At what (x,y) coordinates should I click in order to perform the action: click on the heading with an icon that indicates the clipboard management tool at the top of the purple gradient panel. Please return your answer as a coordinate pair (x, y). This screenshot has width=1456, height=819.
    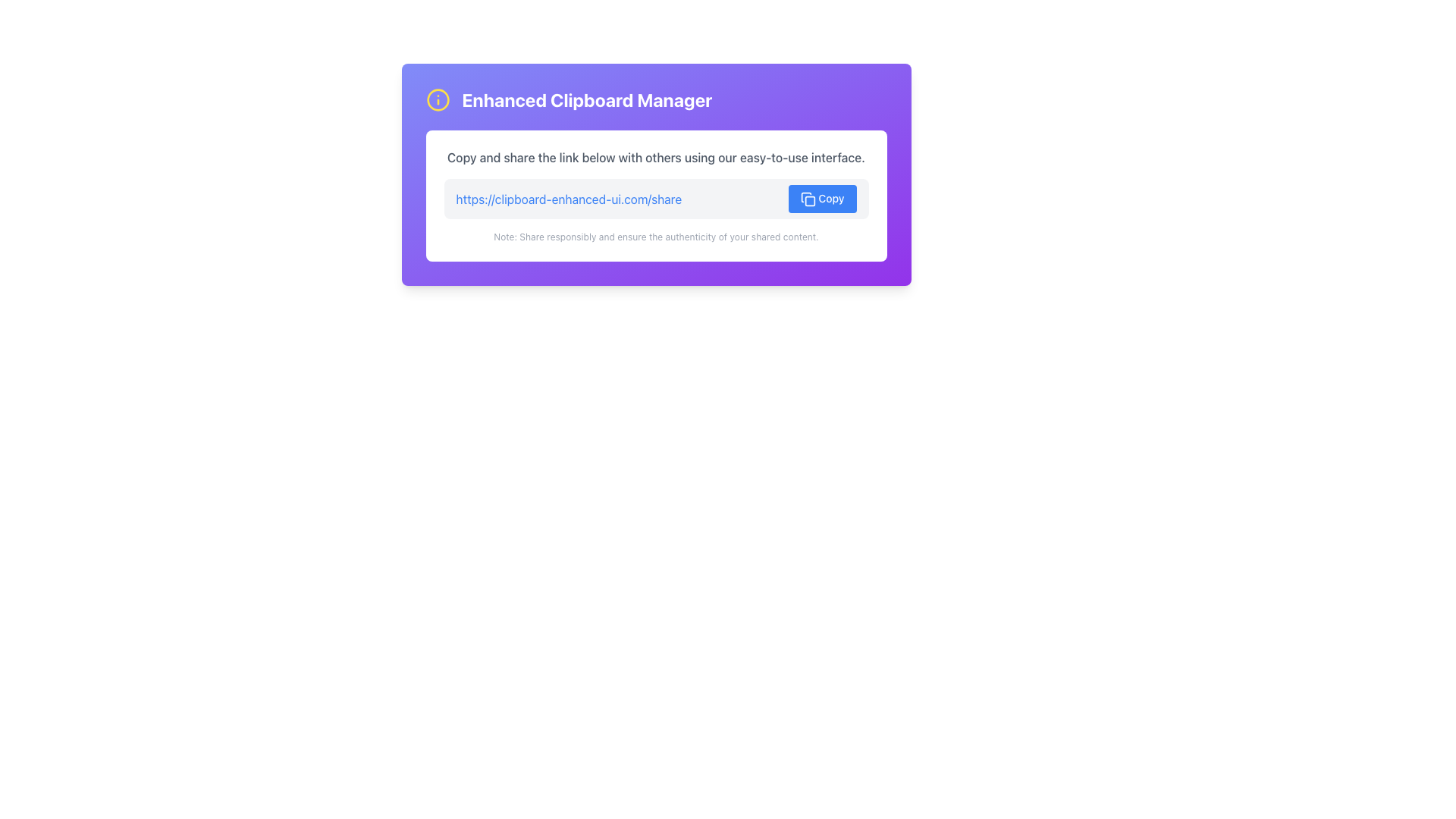
    Looking at the image, I should click on (656, 99).